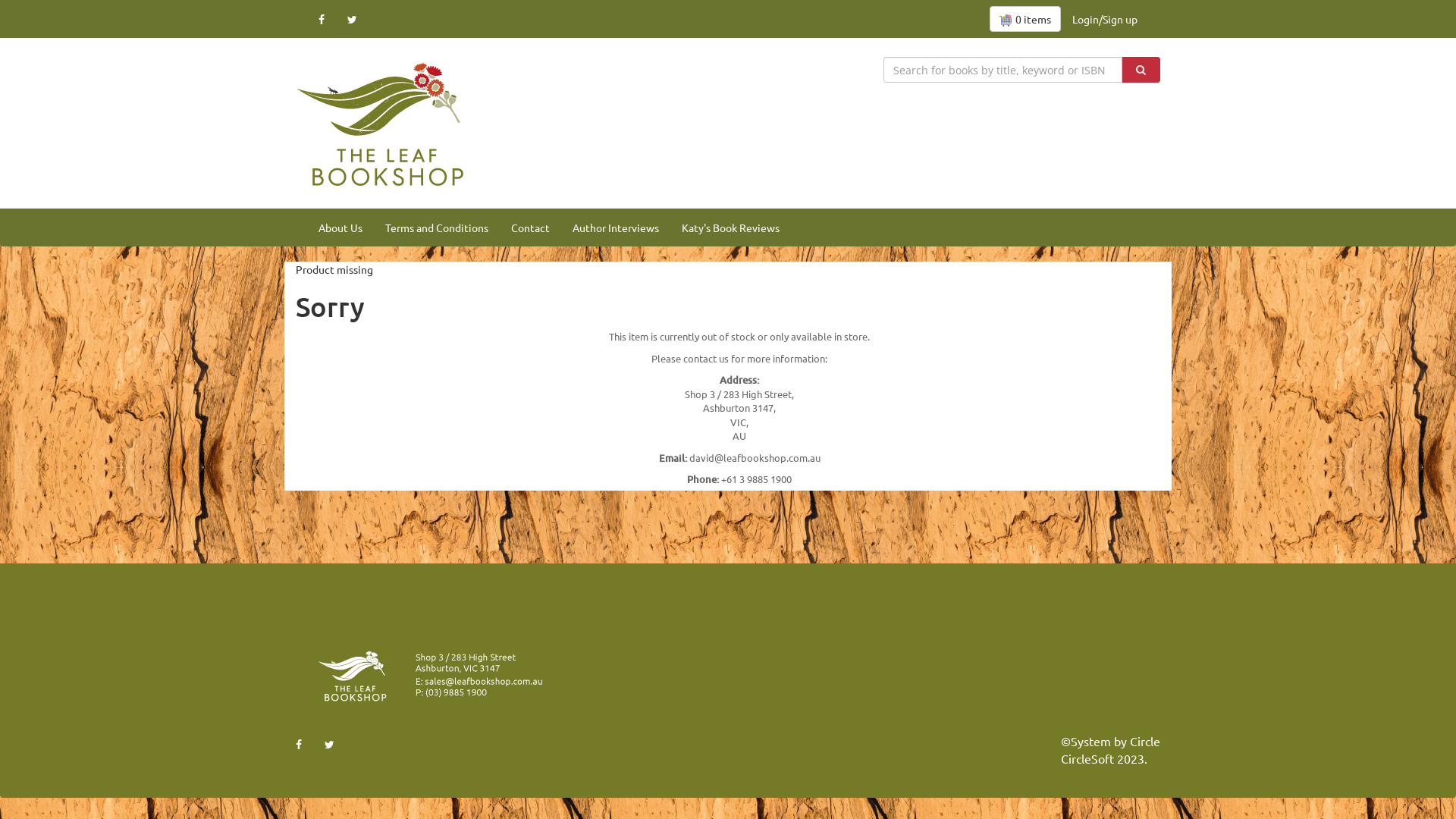 The width and height of the screenshot is (1456, 819). What do you see at coordinates (1025, 18) in the screenshot?
I see `'0 items'` at bounding box center [1025, 18].